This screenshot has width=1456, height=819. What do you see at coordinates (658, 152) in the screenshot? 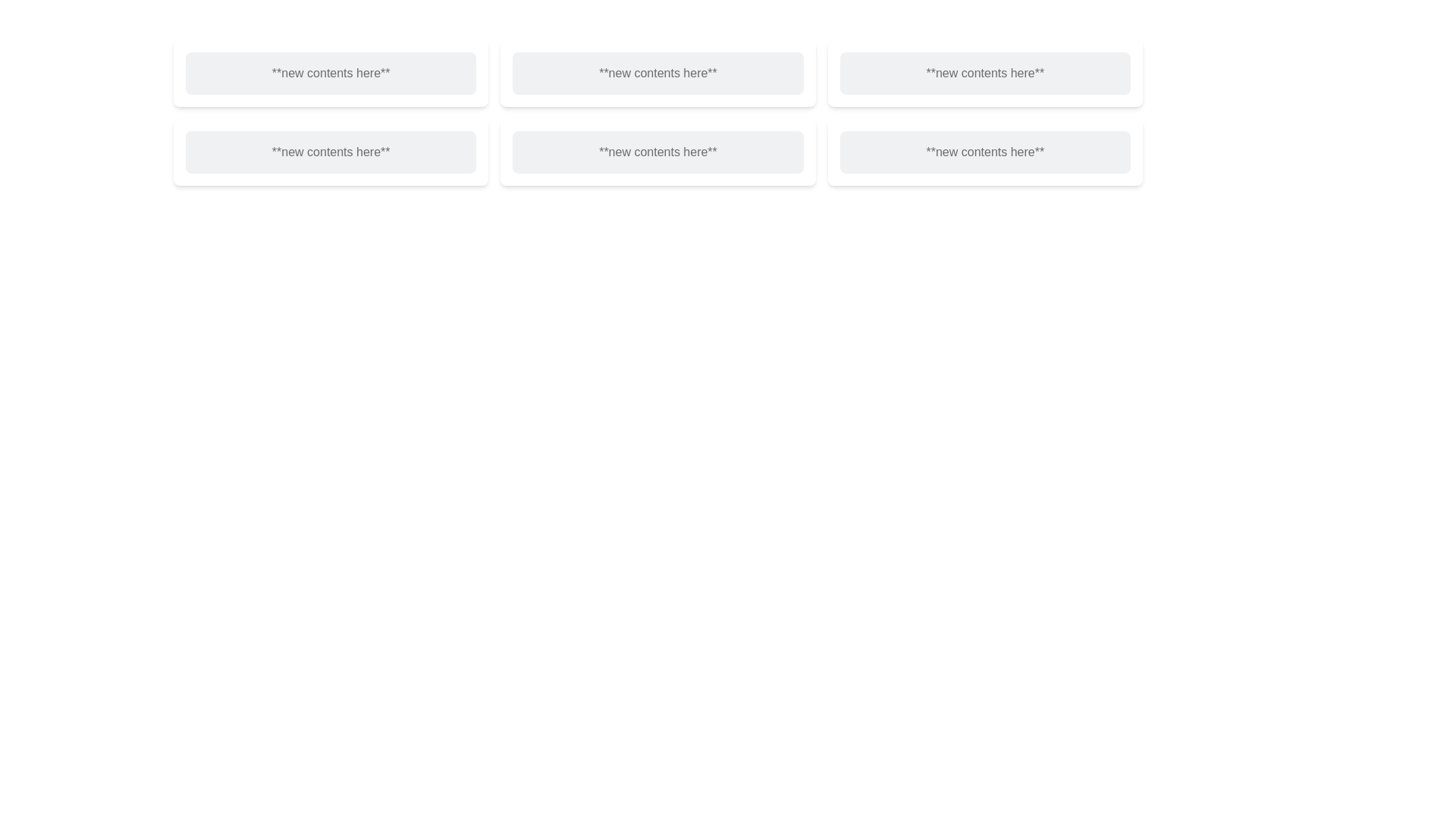
I see `the clickable text contained within the card located in the 3rd column of the 2nd row of the grid layout` at bounding box center [658, 152].